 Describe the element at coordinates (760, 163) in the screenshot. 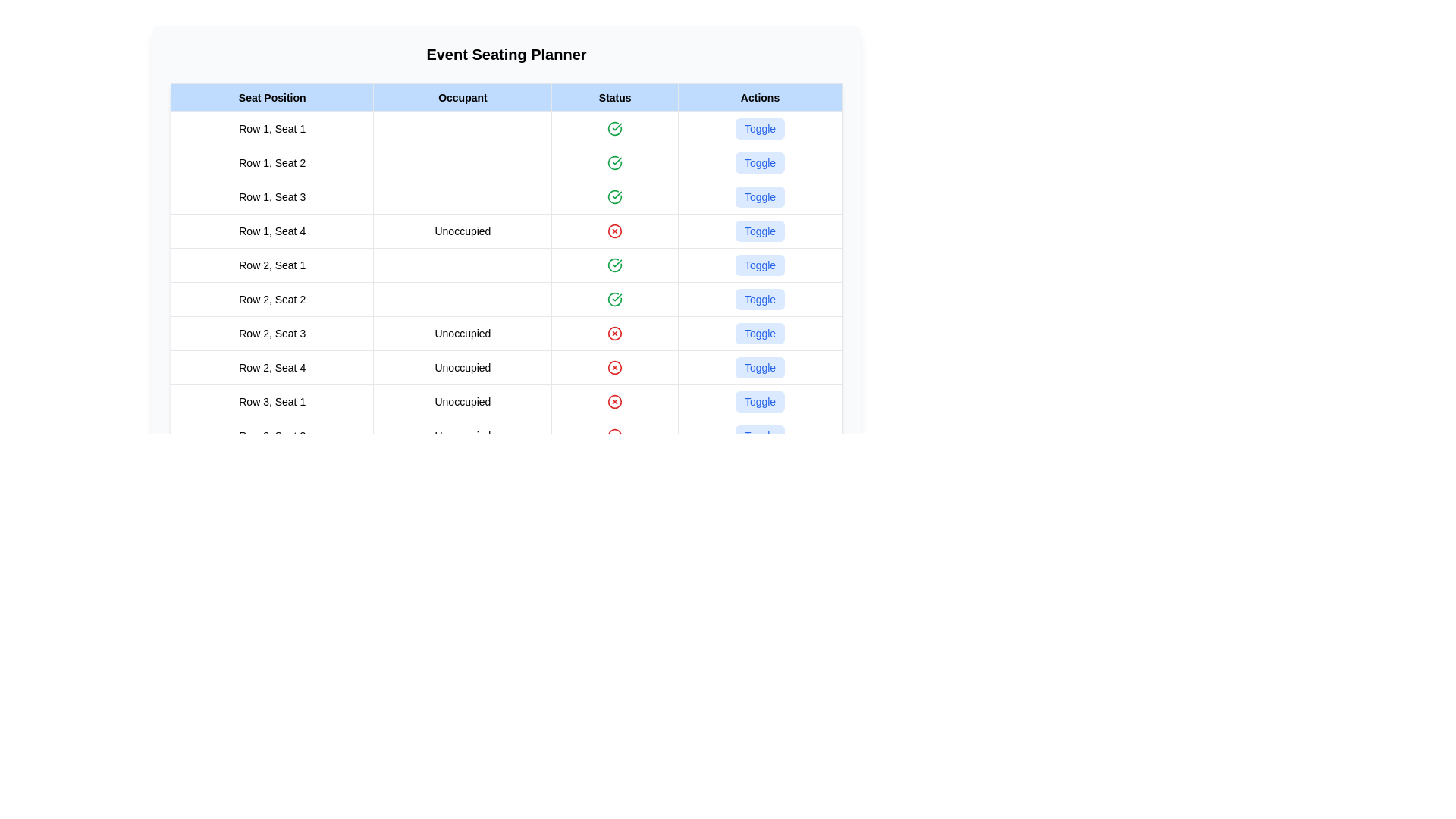

I see `the 'Toggle' button with blue text on a light blue background, located in the 'Actions' column as the third button corresponding to 'Row 1, Seat 3'` at that location.